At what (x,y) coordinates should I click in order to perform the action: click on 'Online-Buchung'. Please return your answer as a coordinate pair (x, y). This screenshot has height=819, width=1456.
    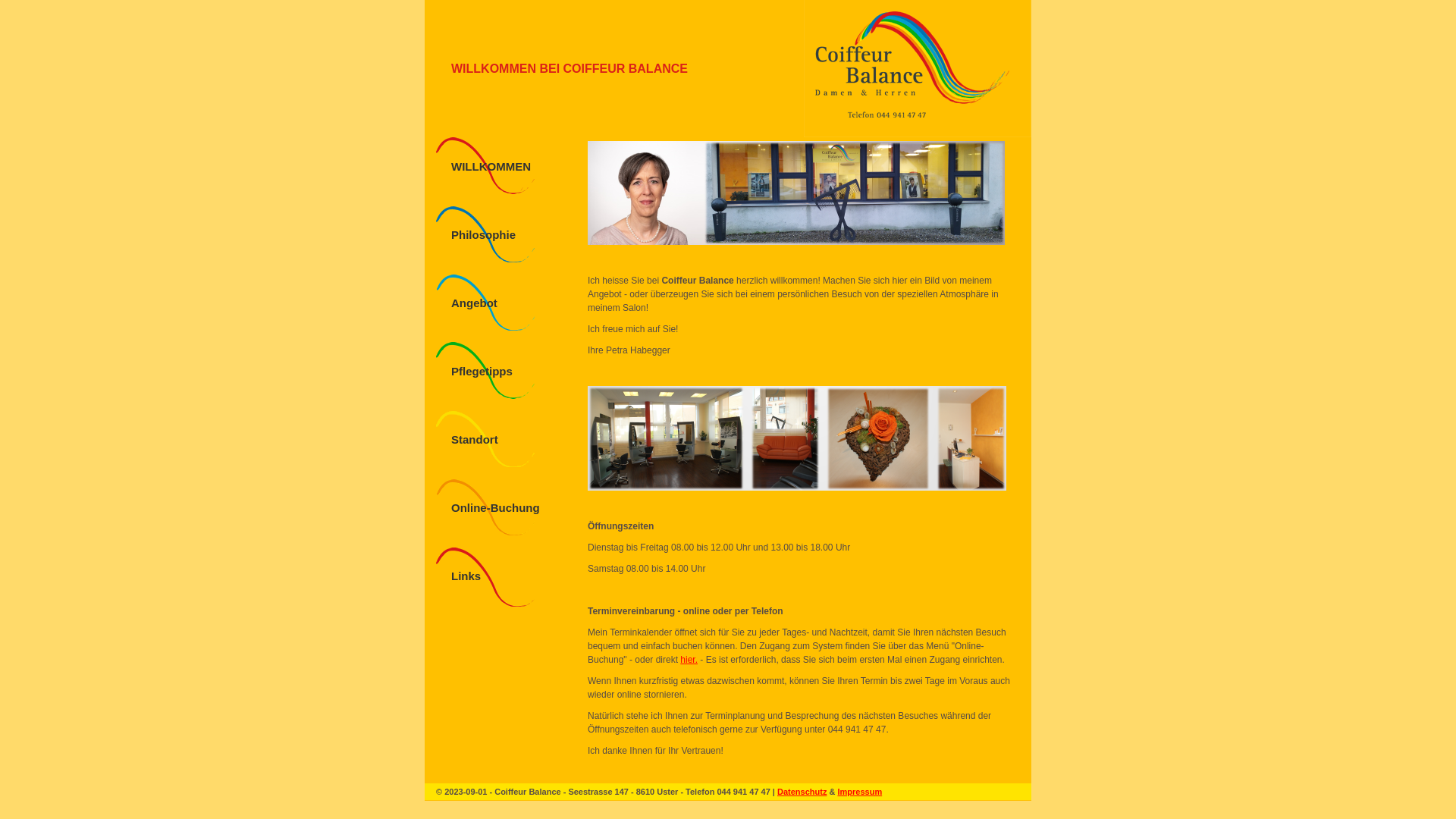
    Looking at the image, I should click on (495, 507).